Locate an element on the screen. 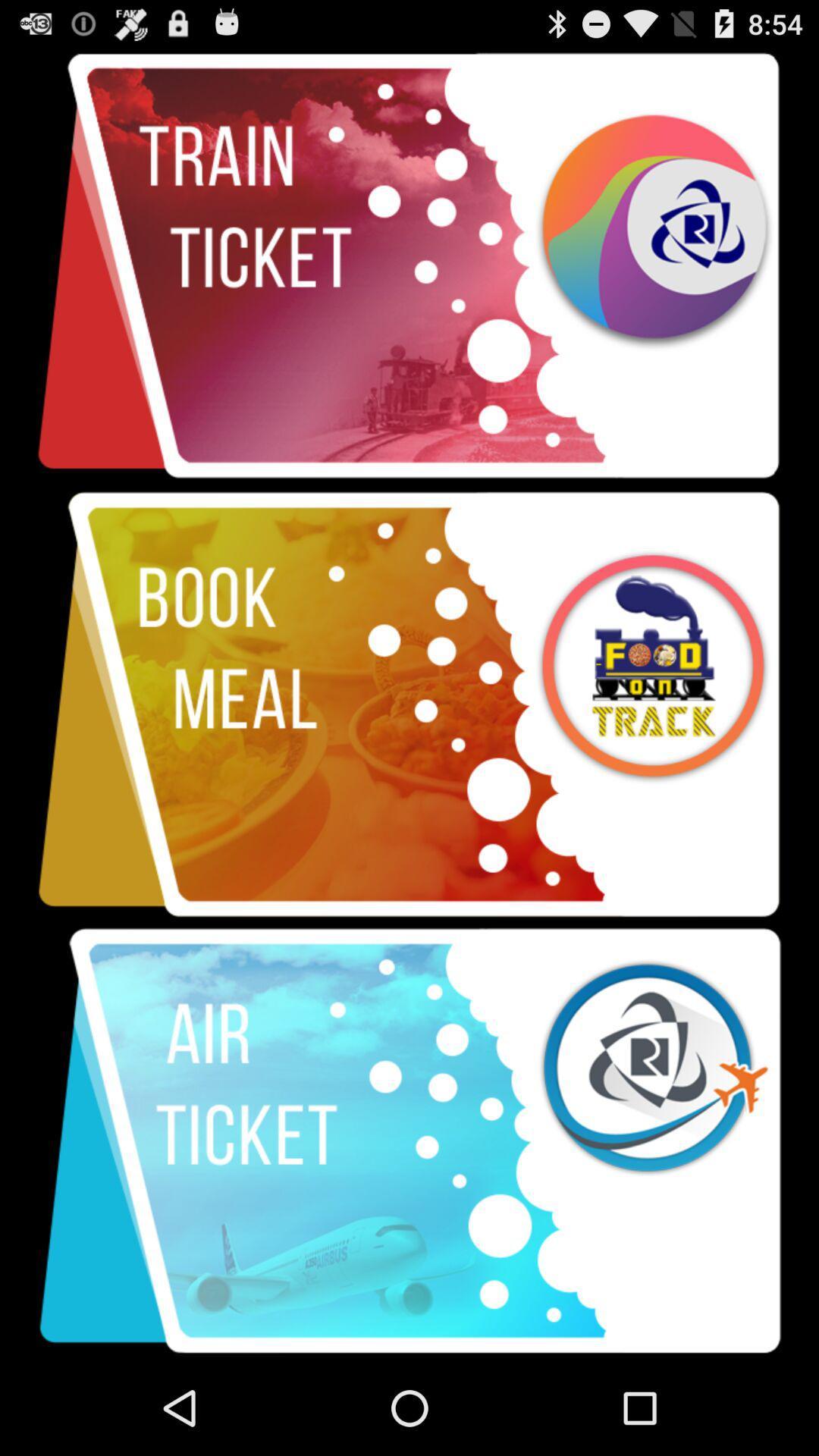 The width and height of the screenshot is (819, 1456). book train ticket is located at coordinates (409, 266).